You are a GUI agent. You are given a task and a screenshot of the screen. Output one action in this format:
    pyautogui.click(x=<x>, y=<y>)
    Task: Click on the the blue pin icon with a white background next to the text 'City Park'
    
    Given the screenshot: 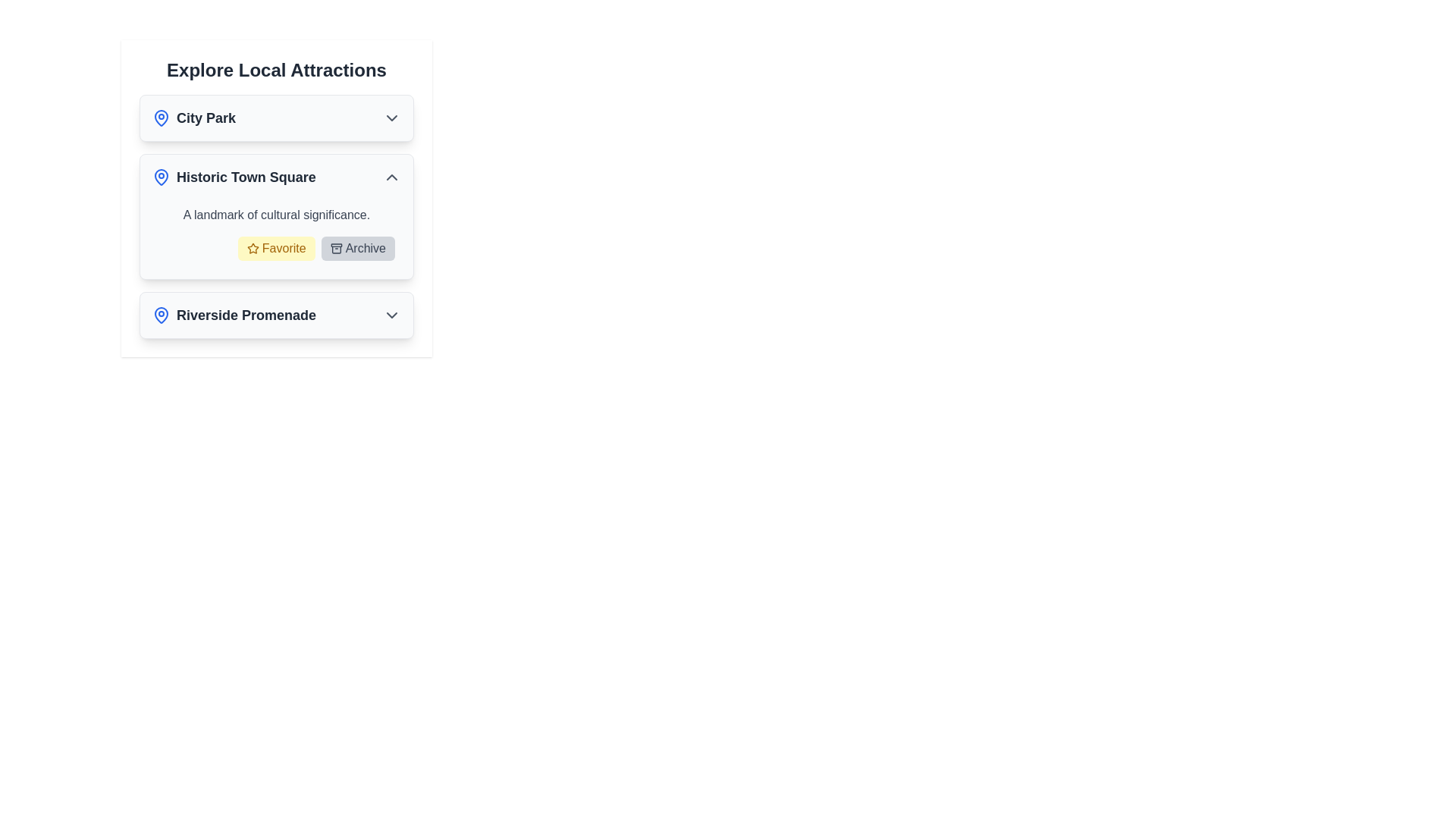 What is the action you would take?
    pyautogui.click(x=161, y=117)
    